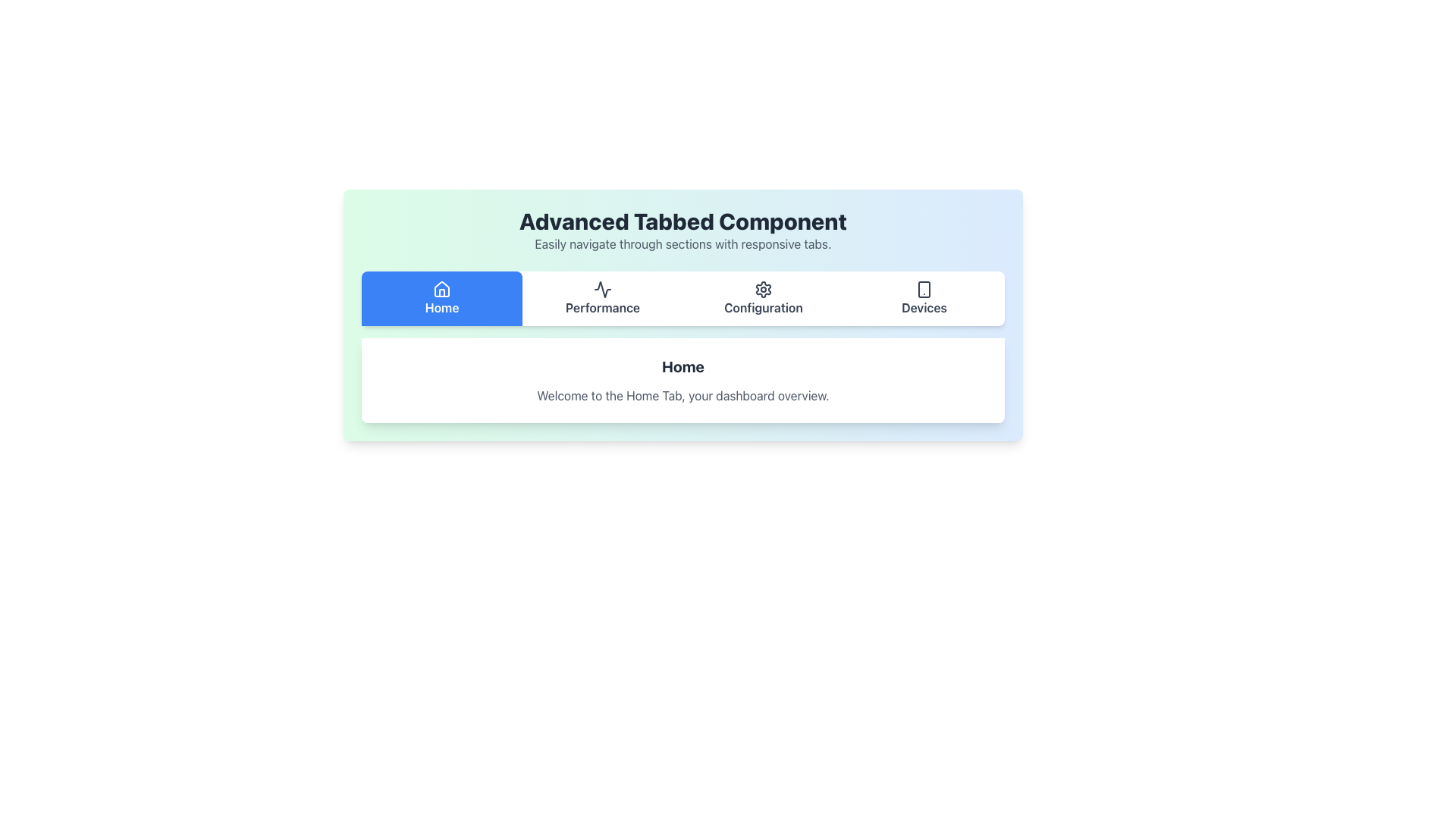  What do you see at coordinates (602, 307) in the screenshot?
I see `the 'Performance' tab label located in the navigation bar, which is the second item from the left and positioned between the 'Home' and 'Configuration' tabs` at bounding box center [602, 307].